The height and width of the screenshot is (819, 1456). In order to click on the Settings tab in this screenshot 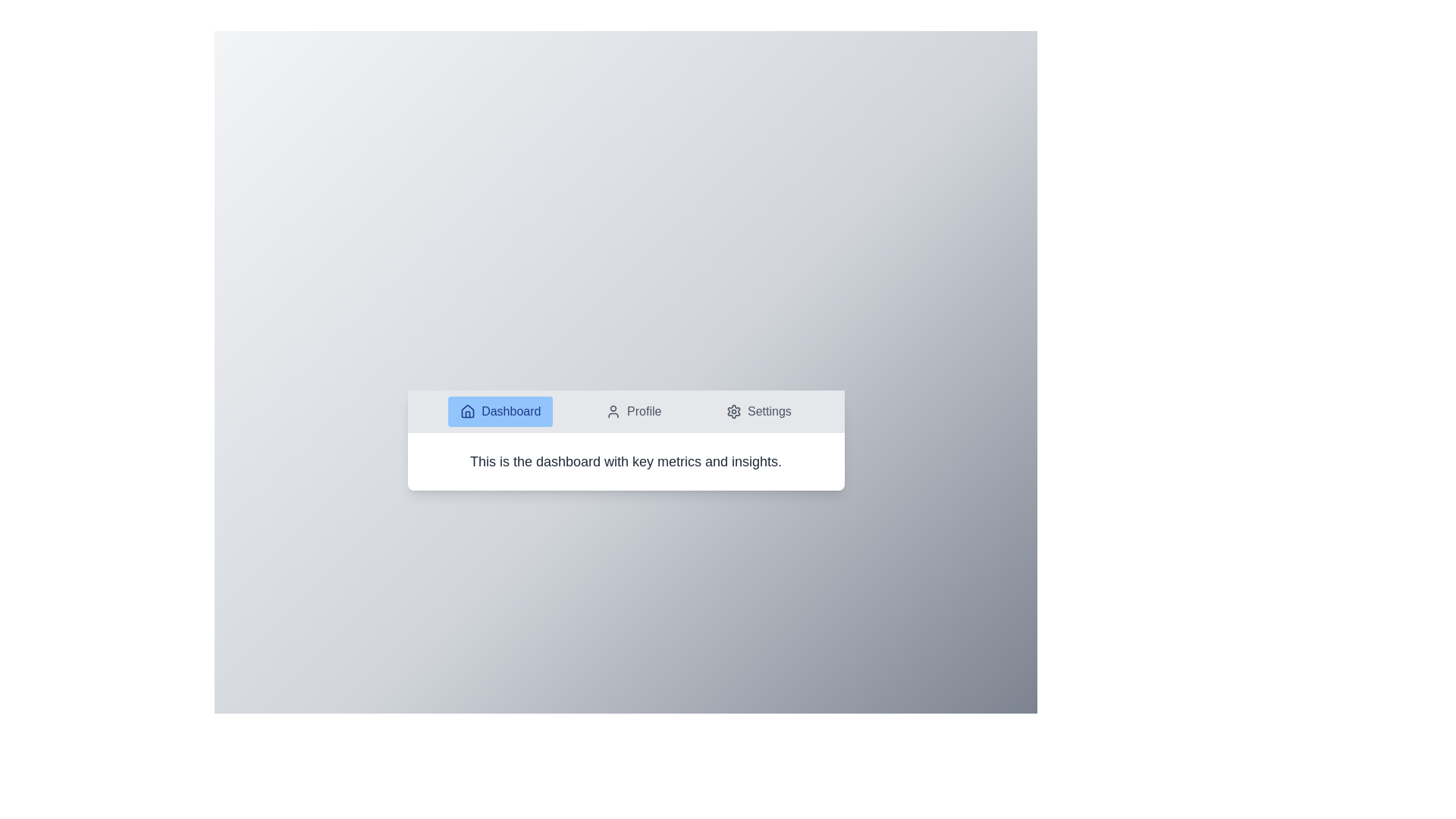, I will do `click(758, 412)`.